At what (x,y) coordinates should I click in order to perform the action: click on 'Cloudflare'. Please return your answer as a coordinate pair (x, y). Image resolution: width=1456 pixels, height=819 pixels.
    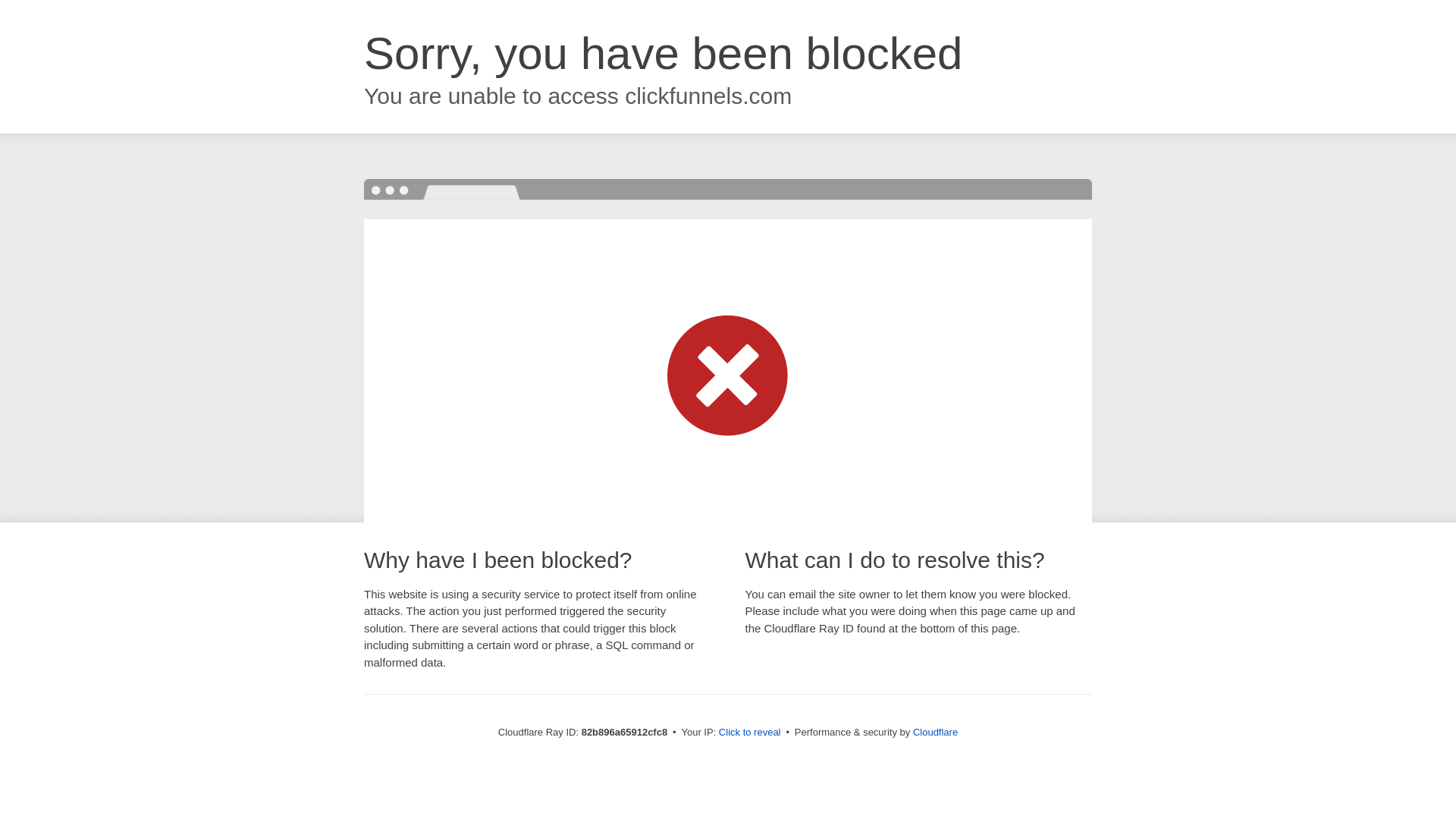
    Looking at the image, I should click on (934, 731).